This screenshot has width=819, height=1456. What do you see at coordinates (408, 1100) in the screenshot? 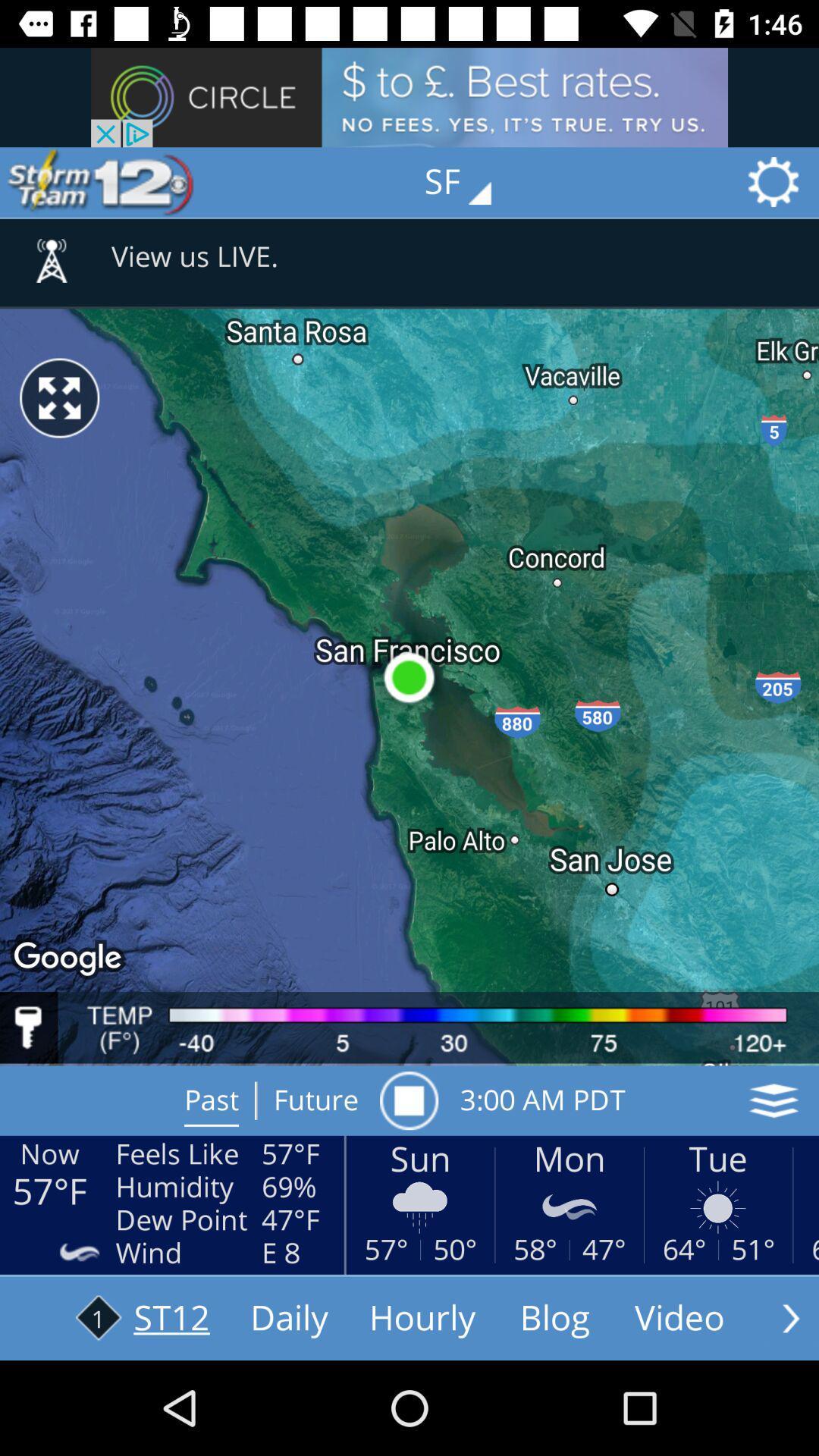
I see `item above the sun item` at bounding box center [408, 1100].